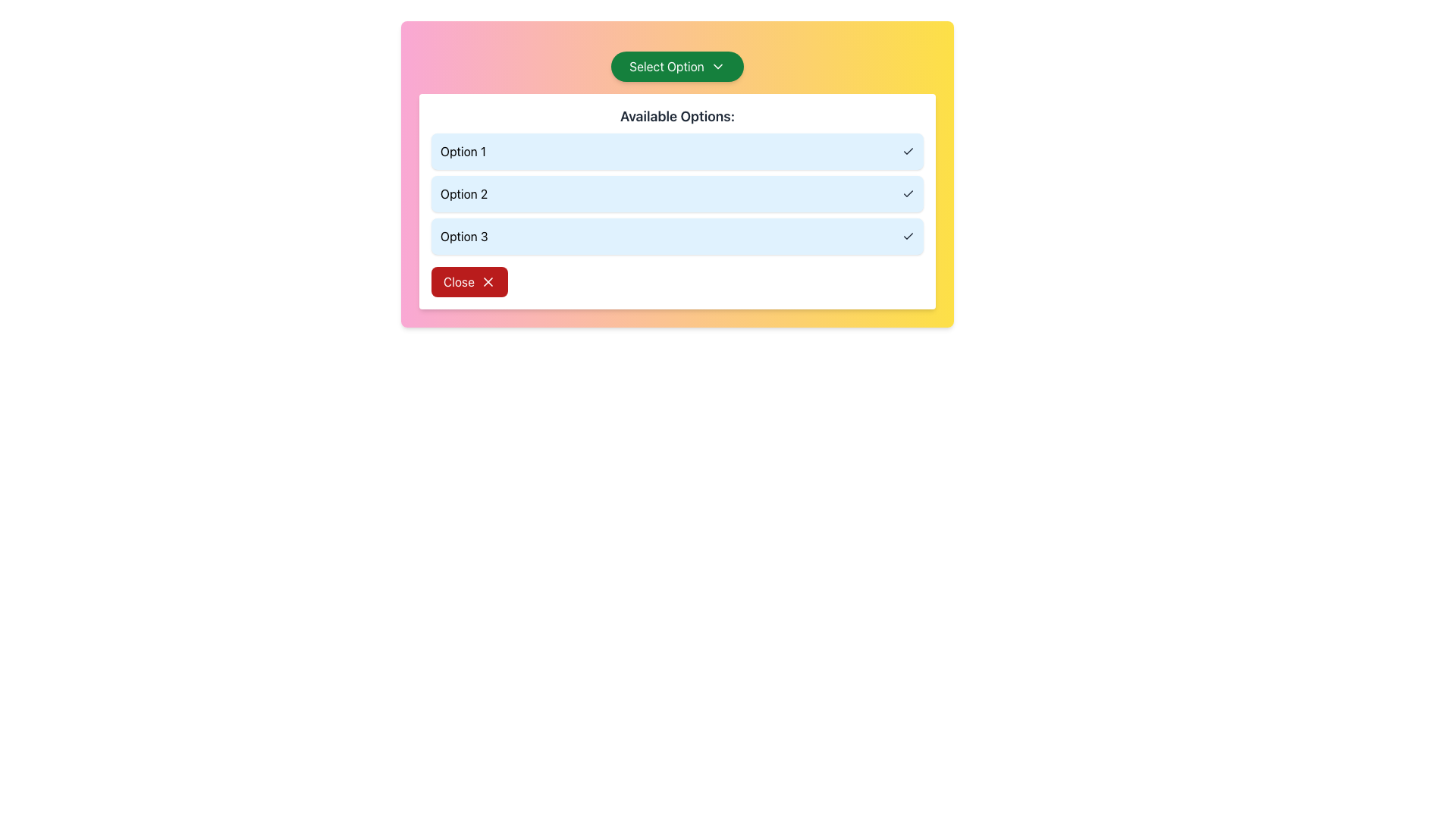 Image resolution: width=1456 pixels, height=819 pixels. What do you see at coordinates (469, 281) in the screenshot?
I see `the red 'Close' button with rounded corners located at the bottom of the 'Available Options' card` at bounding box center [469, 281].